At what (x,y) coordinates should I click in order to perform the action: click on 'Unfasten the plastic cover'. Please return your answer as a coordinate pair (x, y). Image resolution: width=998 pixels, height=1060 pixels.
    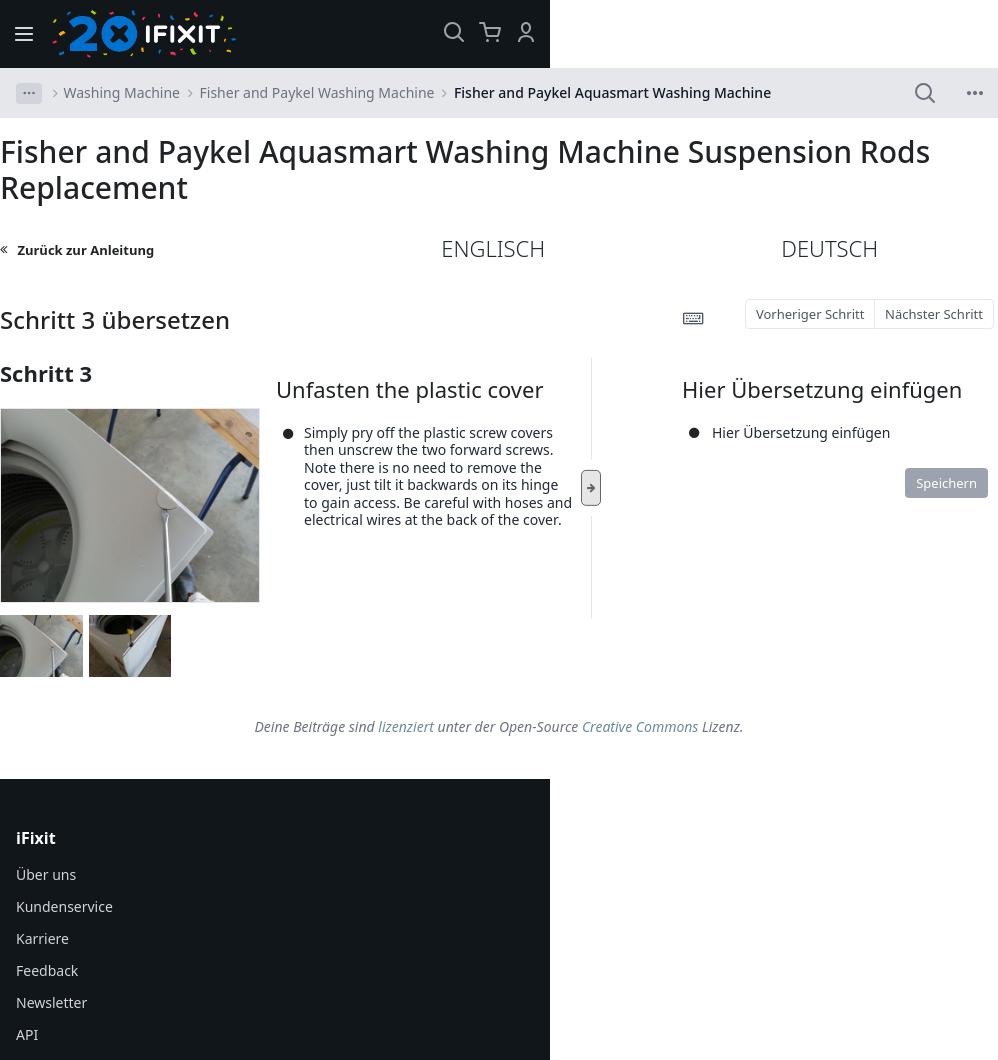
    Looking at the image, I should click on (409, 387).